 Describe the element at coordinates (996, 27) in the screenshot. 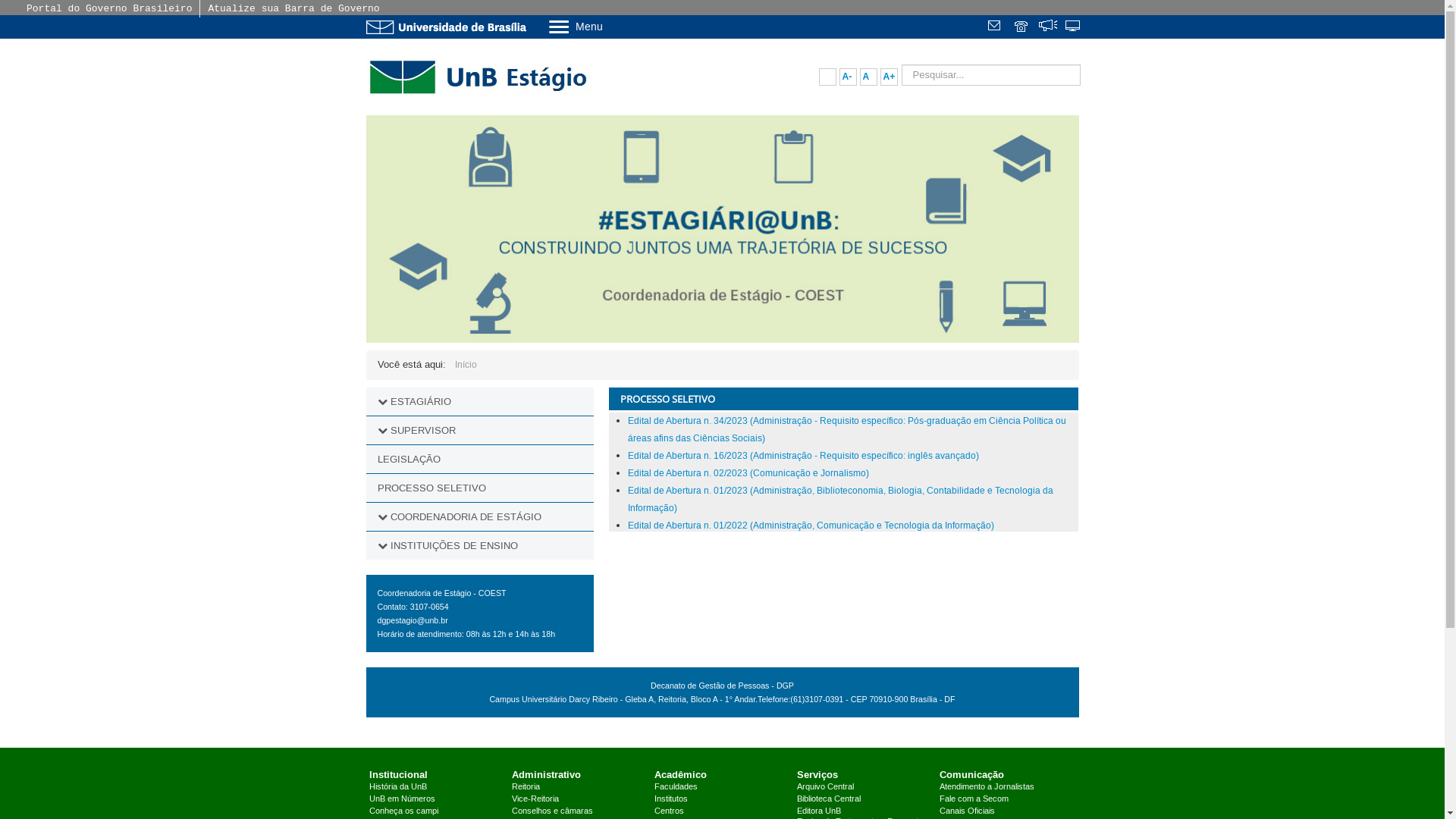

I see `'Webmail'` at that location.